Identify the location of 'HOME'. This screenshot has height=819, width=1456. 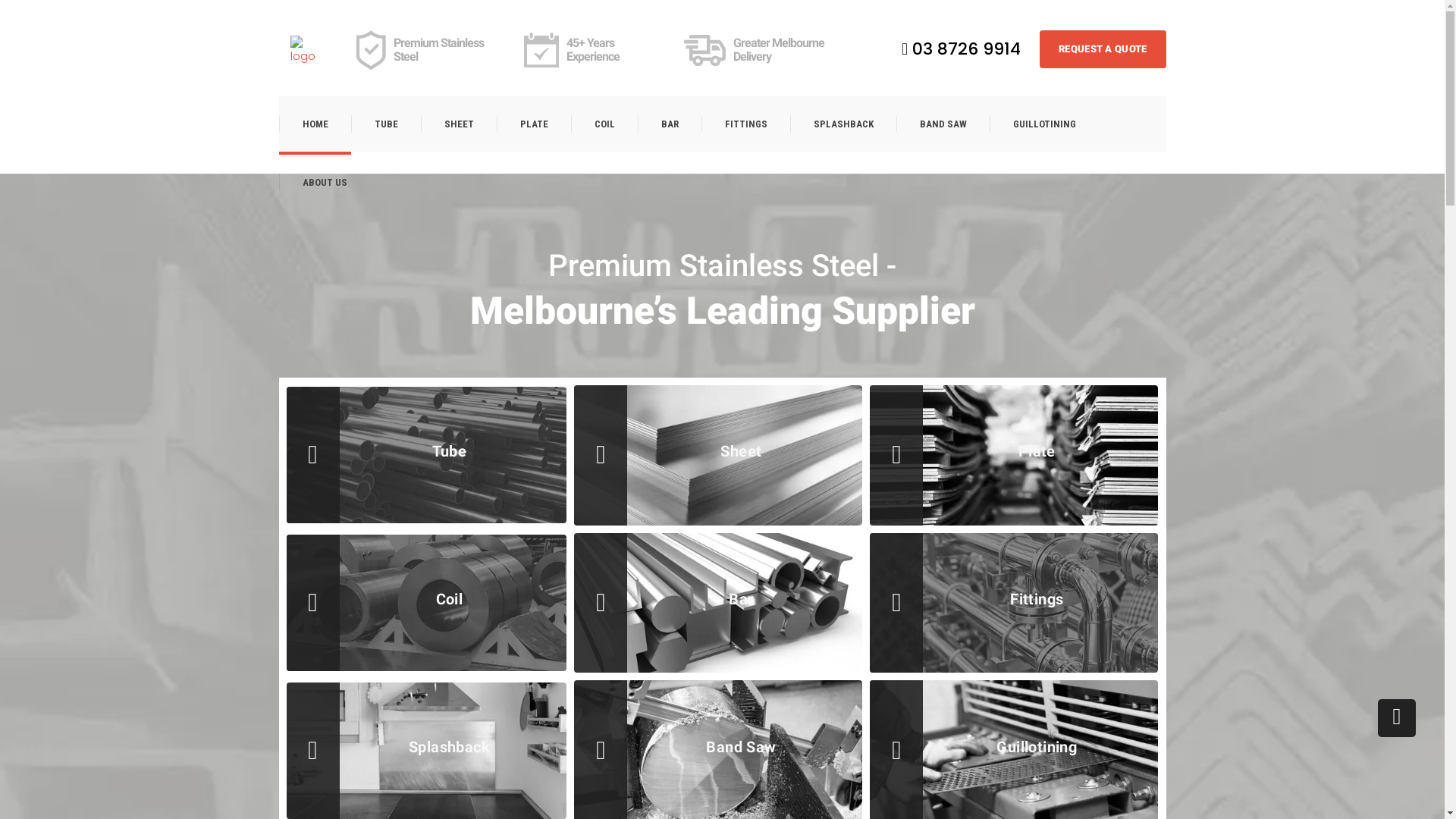
(314, 123).